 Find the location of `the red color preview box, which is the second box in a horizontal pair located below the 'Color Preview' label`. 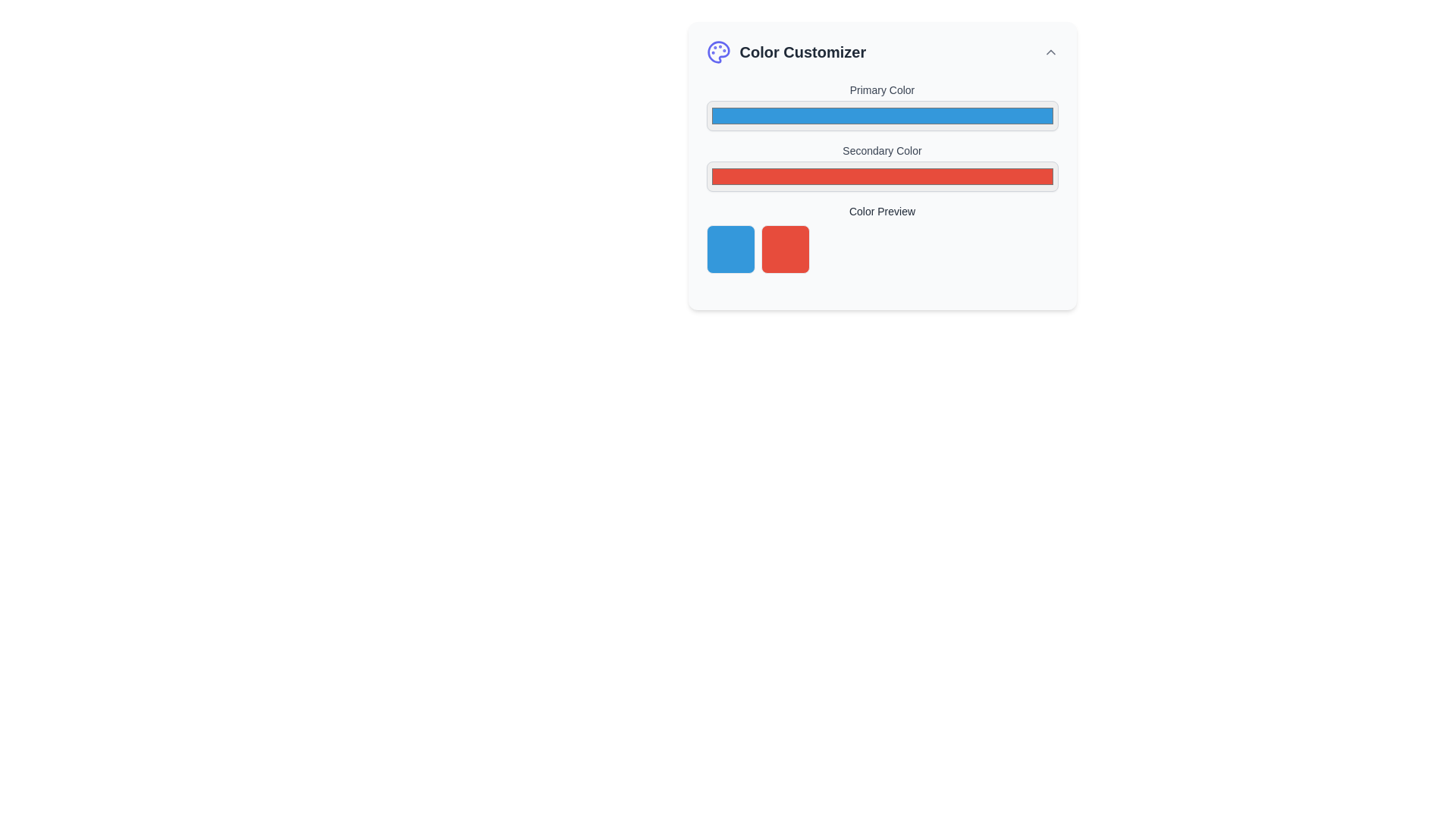

the red color preview box, which is the second box in a horizontal pair located below the 'Color Preview' label is located at coordinates (785, 248).